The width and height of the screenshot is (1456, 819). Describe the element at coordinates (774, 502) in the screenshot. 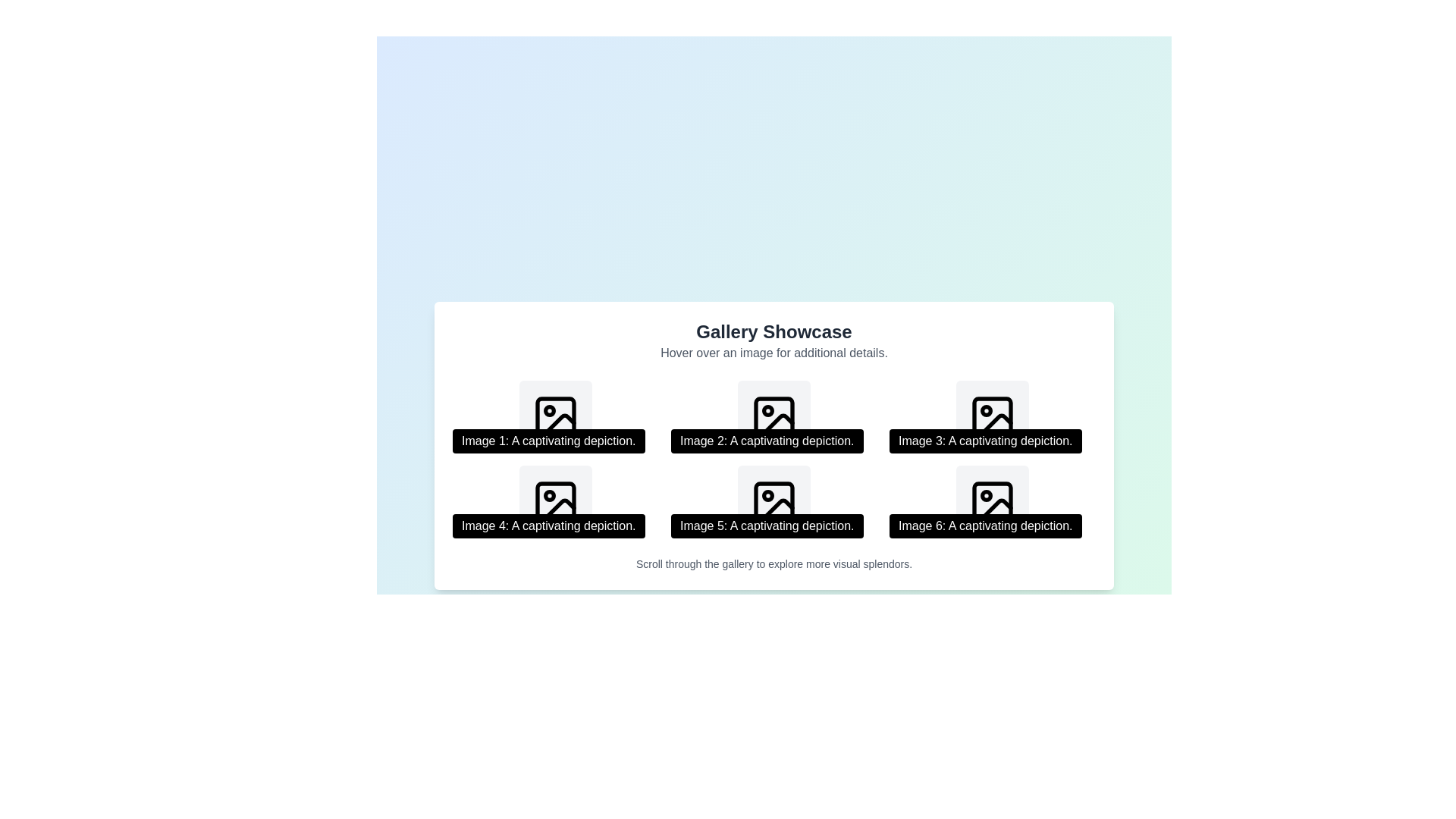

I see `the thumbnail labeled 'Image 5: A captivating depiction'` at that location.